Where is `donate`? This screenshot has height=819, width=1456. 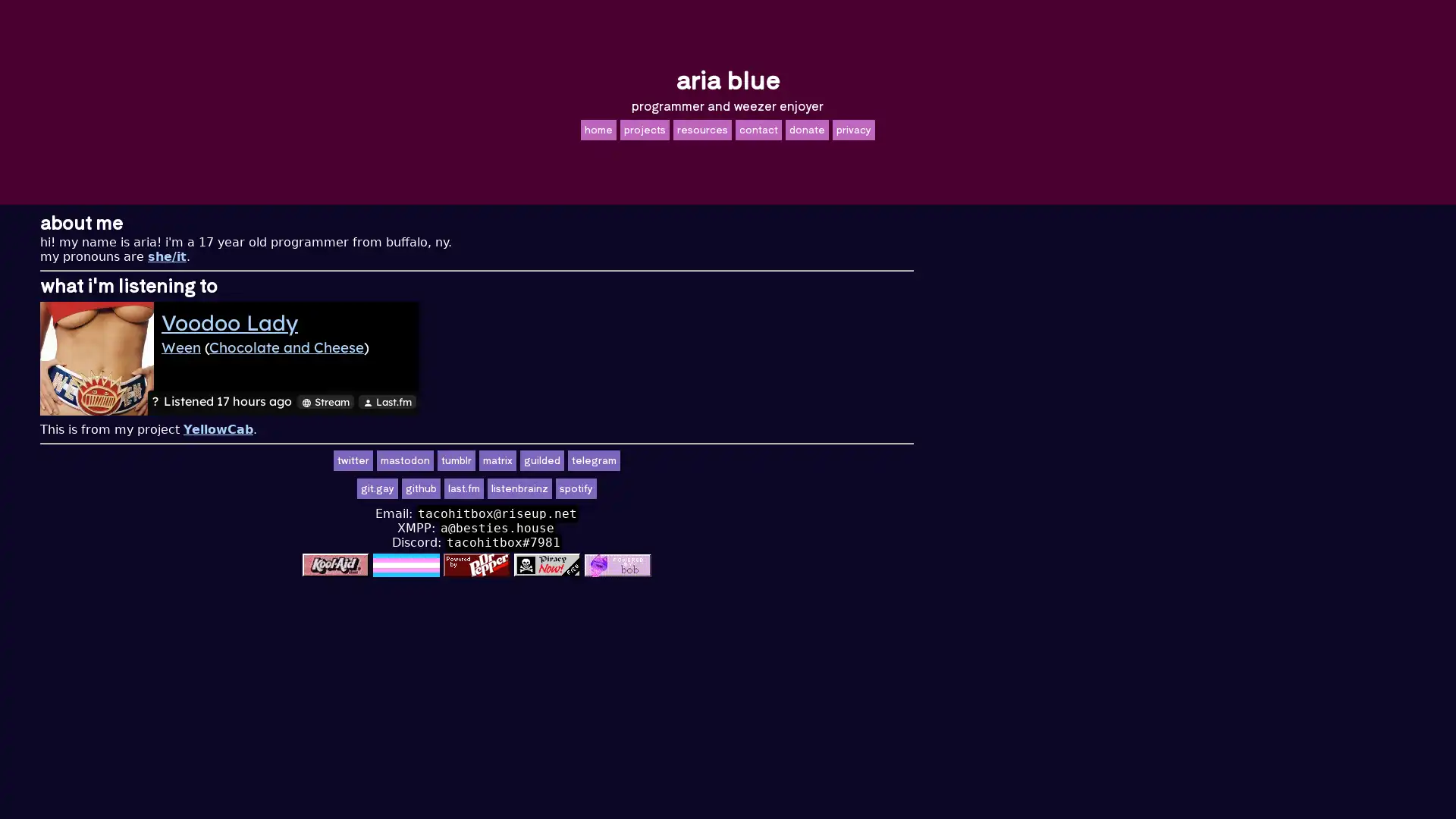 donate is located at coordinates (805, 128).